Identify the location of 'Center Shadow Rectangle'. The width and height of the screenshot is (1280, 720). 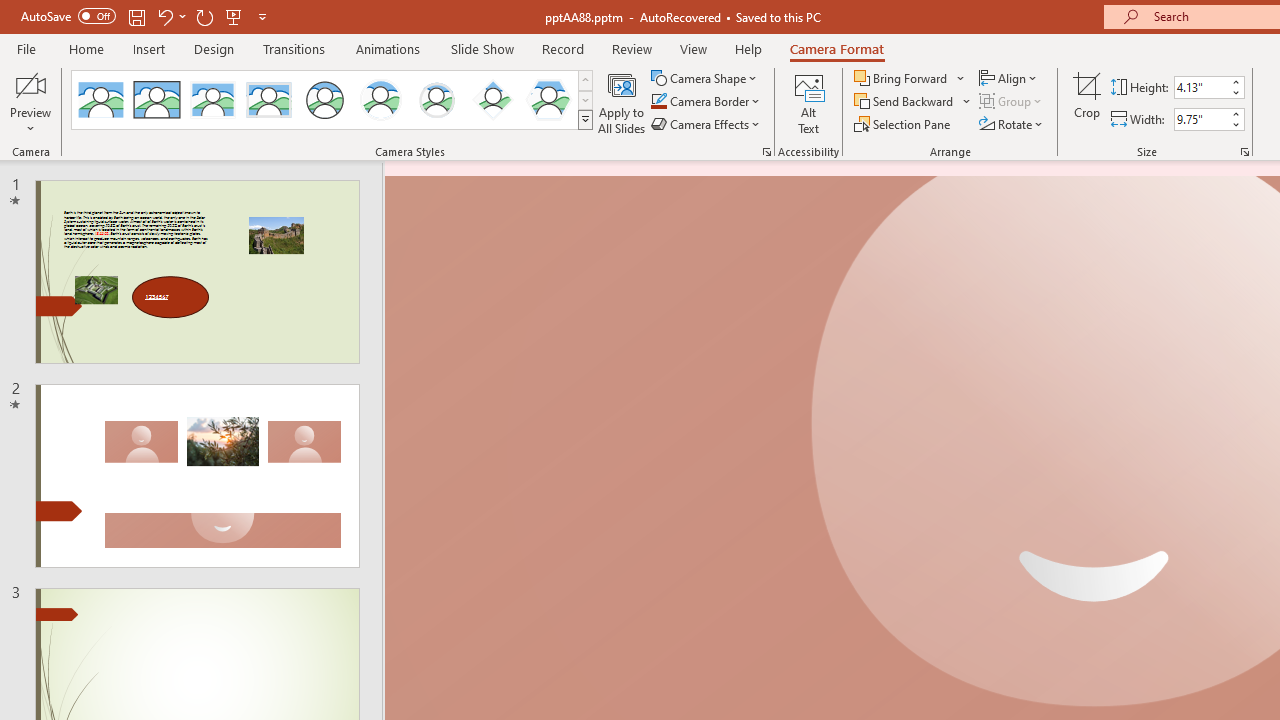
(213, 100).